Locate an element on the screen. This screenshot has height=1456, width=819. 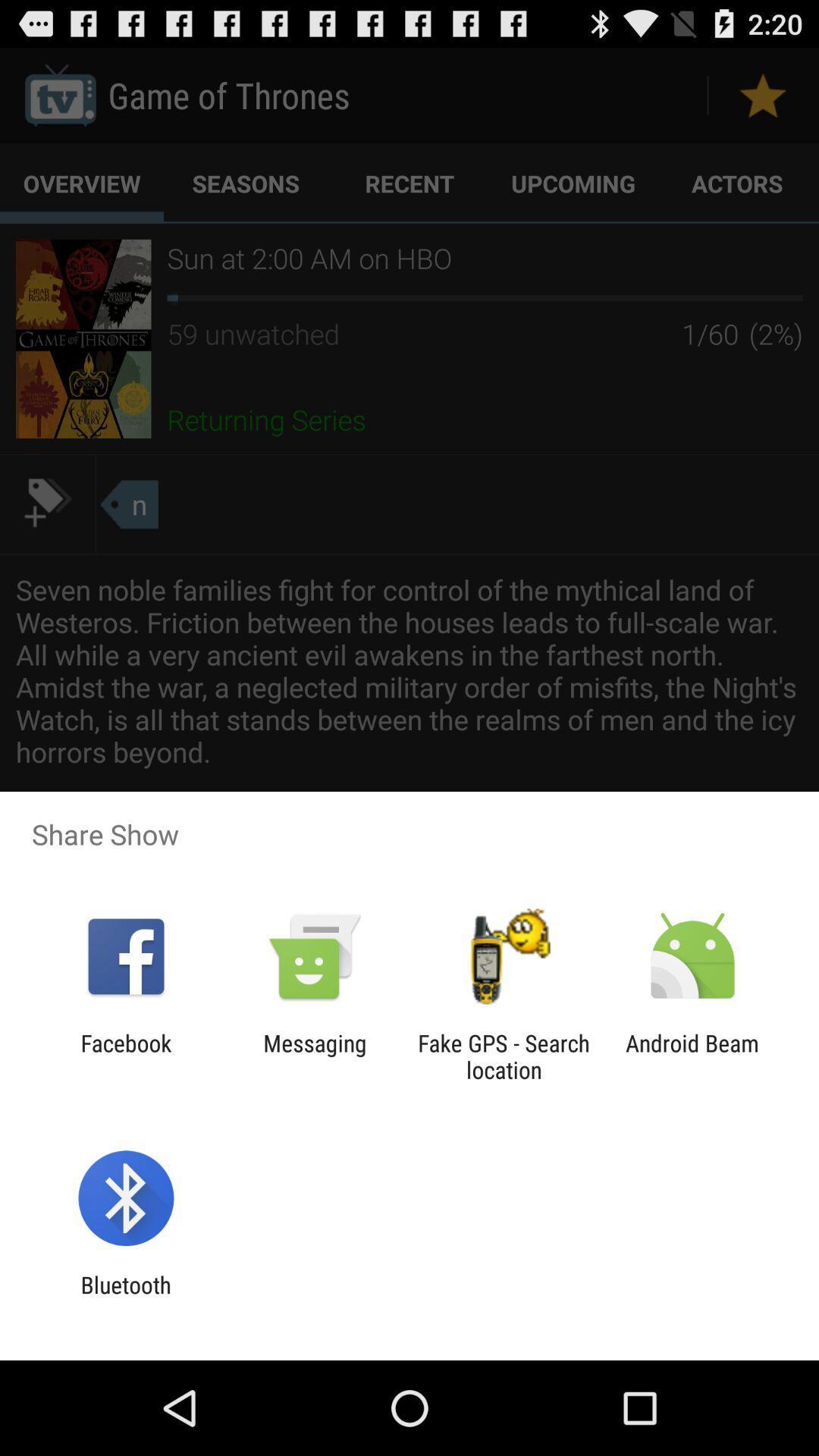
the item to the left of the fake gps search icon is located at coordinates (314, 1056).